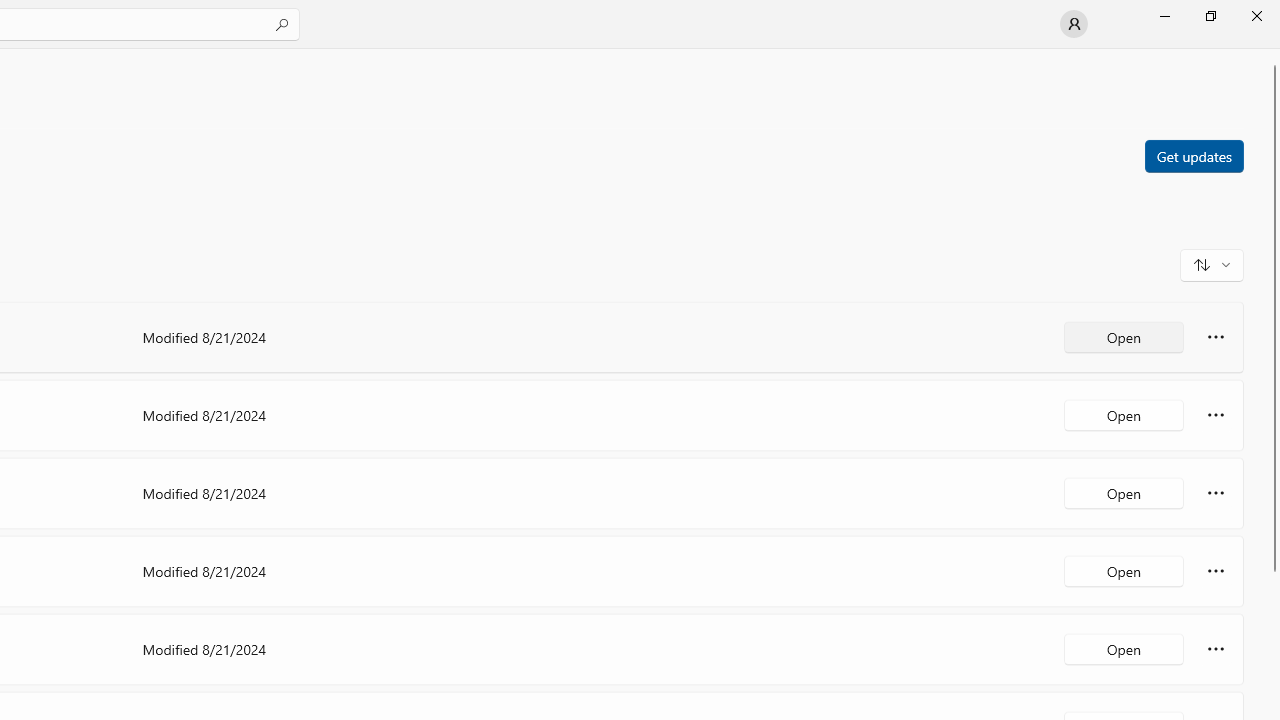 This screenshot has width=1280, height=720. Describe the element at coordinates (1209, 15) in the screenshot. I see `'Restore Microsoft Store'` at that location.